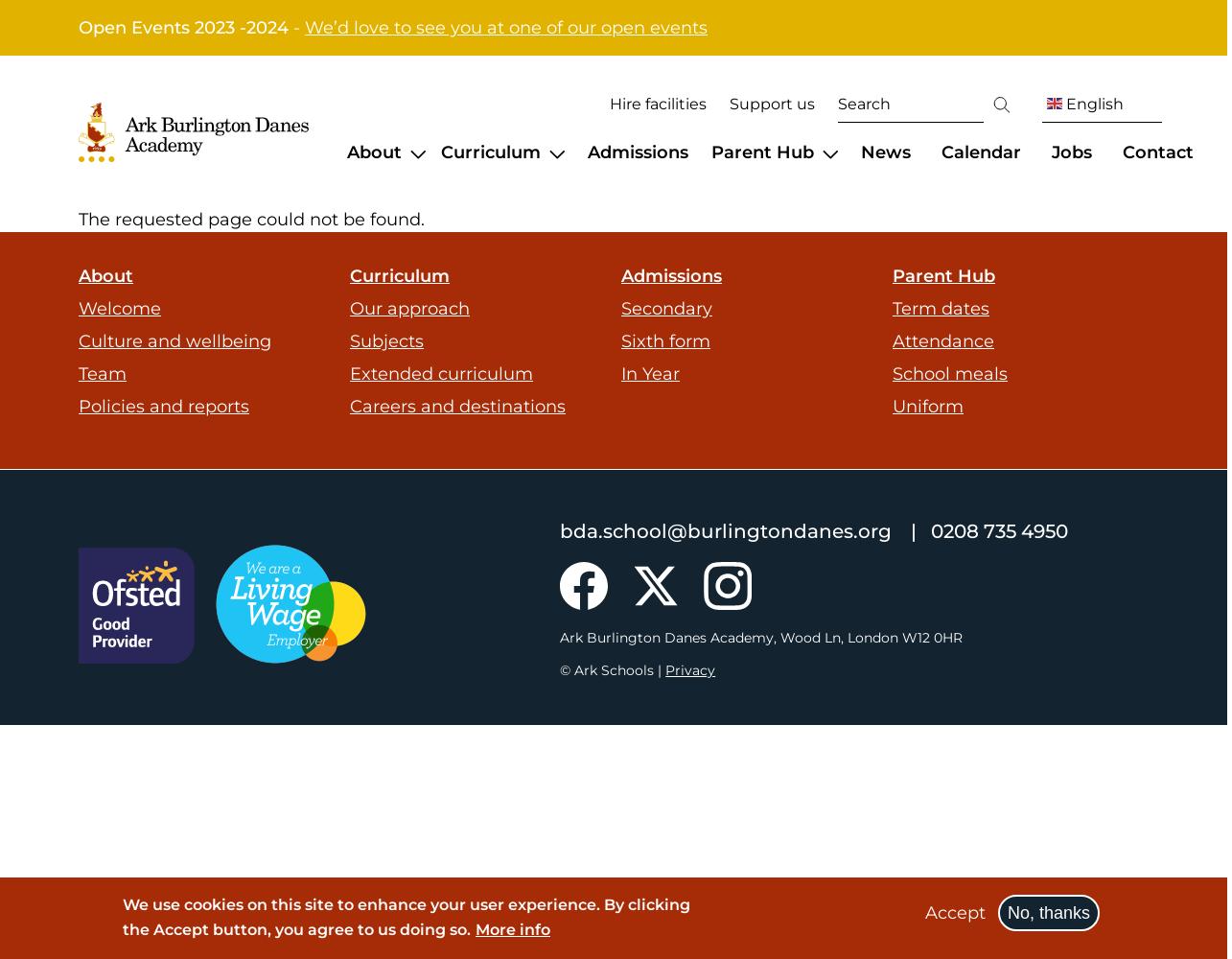 The height and width of the screenshot is (959, 1232). What do you see at coordinates (437, 214) in the screenshot?
I see `'Our vision and values'` at bounding box center [437, 214].